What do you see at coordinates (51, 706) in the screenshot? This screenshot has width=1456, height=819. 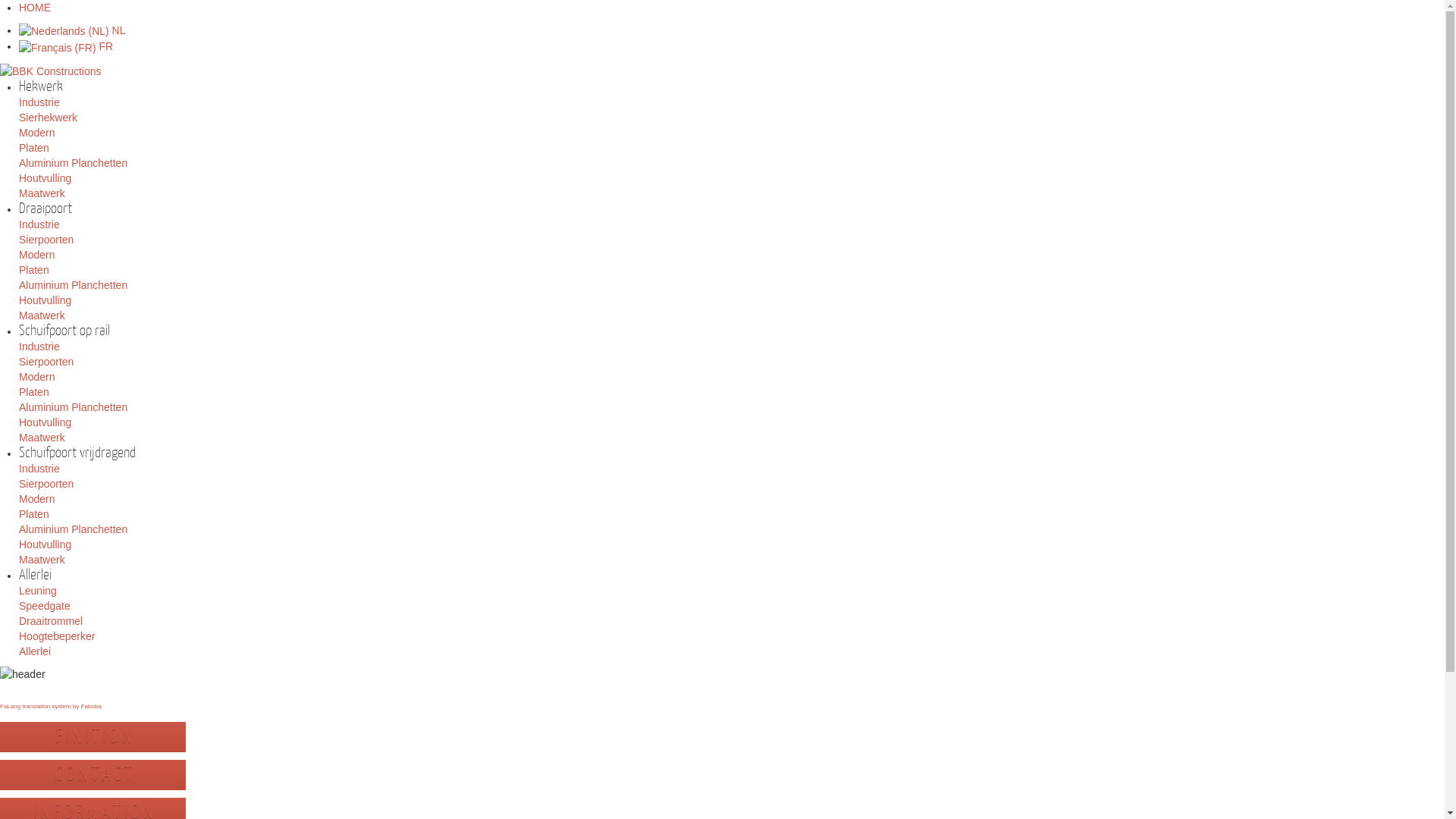 I see `'FaLang translation system by Faboba'` at bounding box center [51, 706].